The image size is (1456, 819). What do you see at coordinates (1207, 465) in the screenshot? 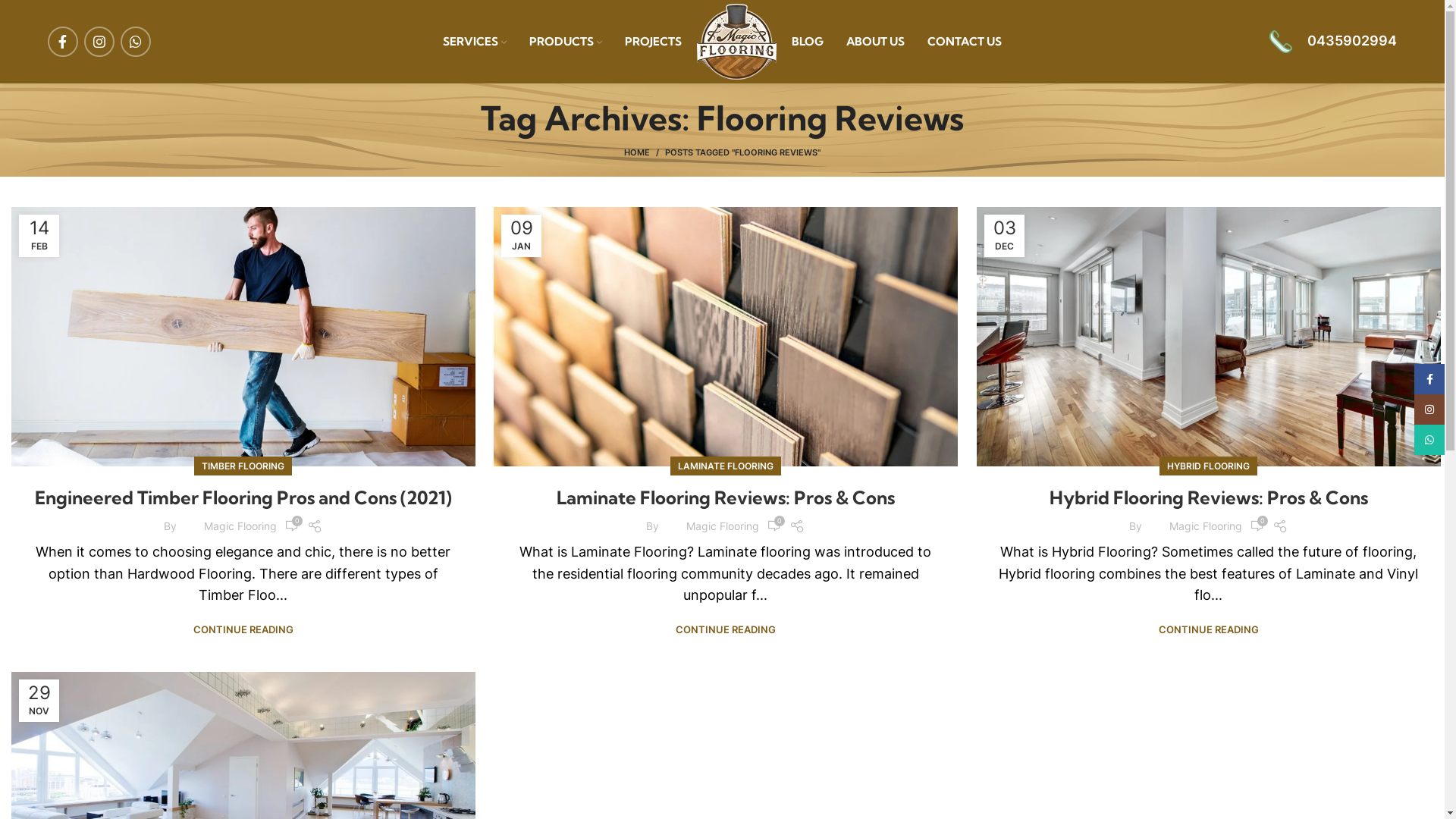
I see `'HYBRID FLOORING'` at bounding box center [1207, 465].